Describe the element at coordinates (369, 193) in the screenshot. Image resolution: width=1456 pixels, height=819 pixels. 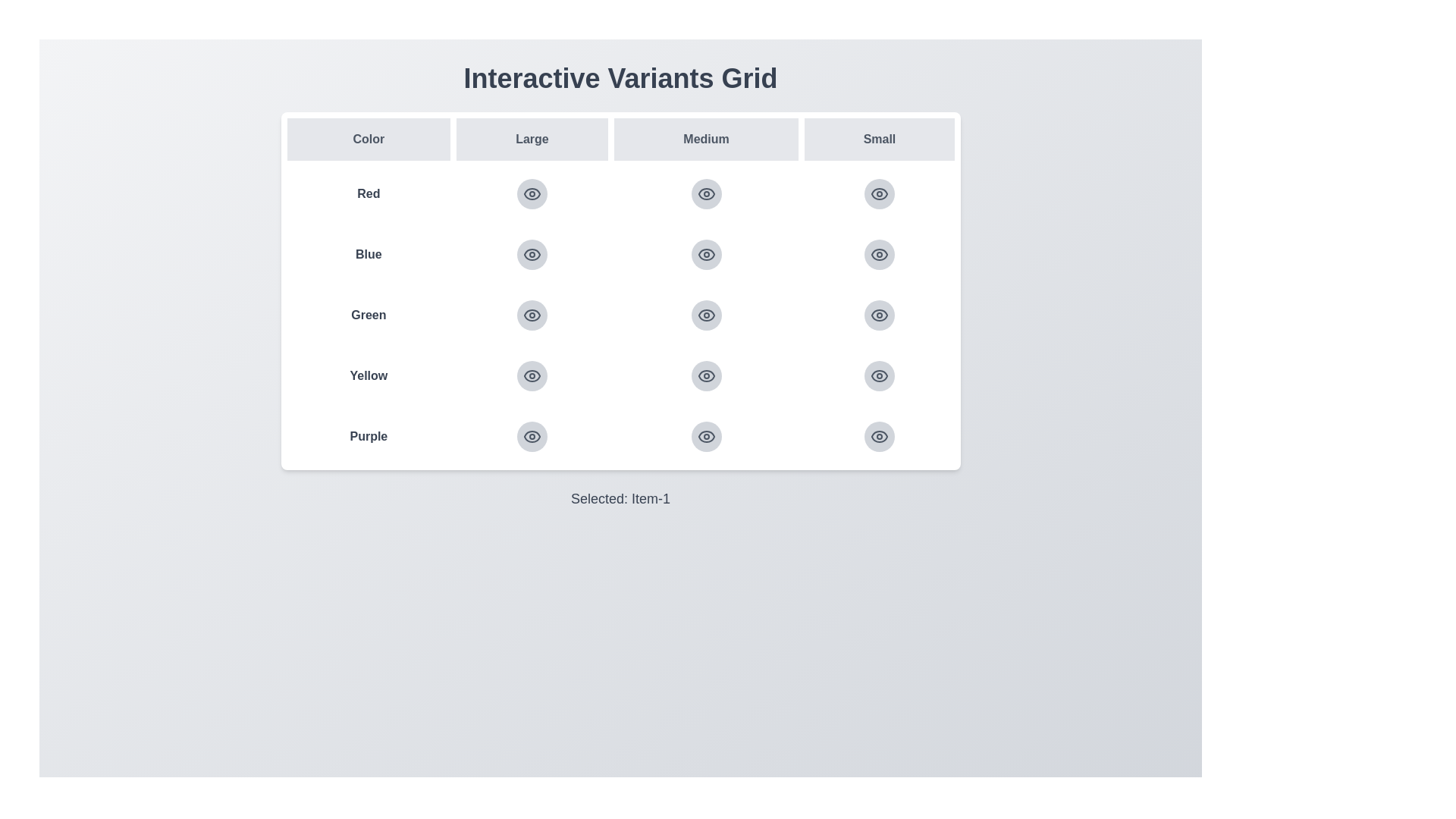
I see `the bold gray textual label displaying 'Red' located in the first row and first column under the 'Color' column heading` at that location.